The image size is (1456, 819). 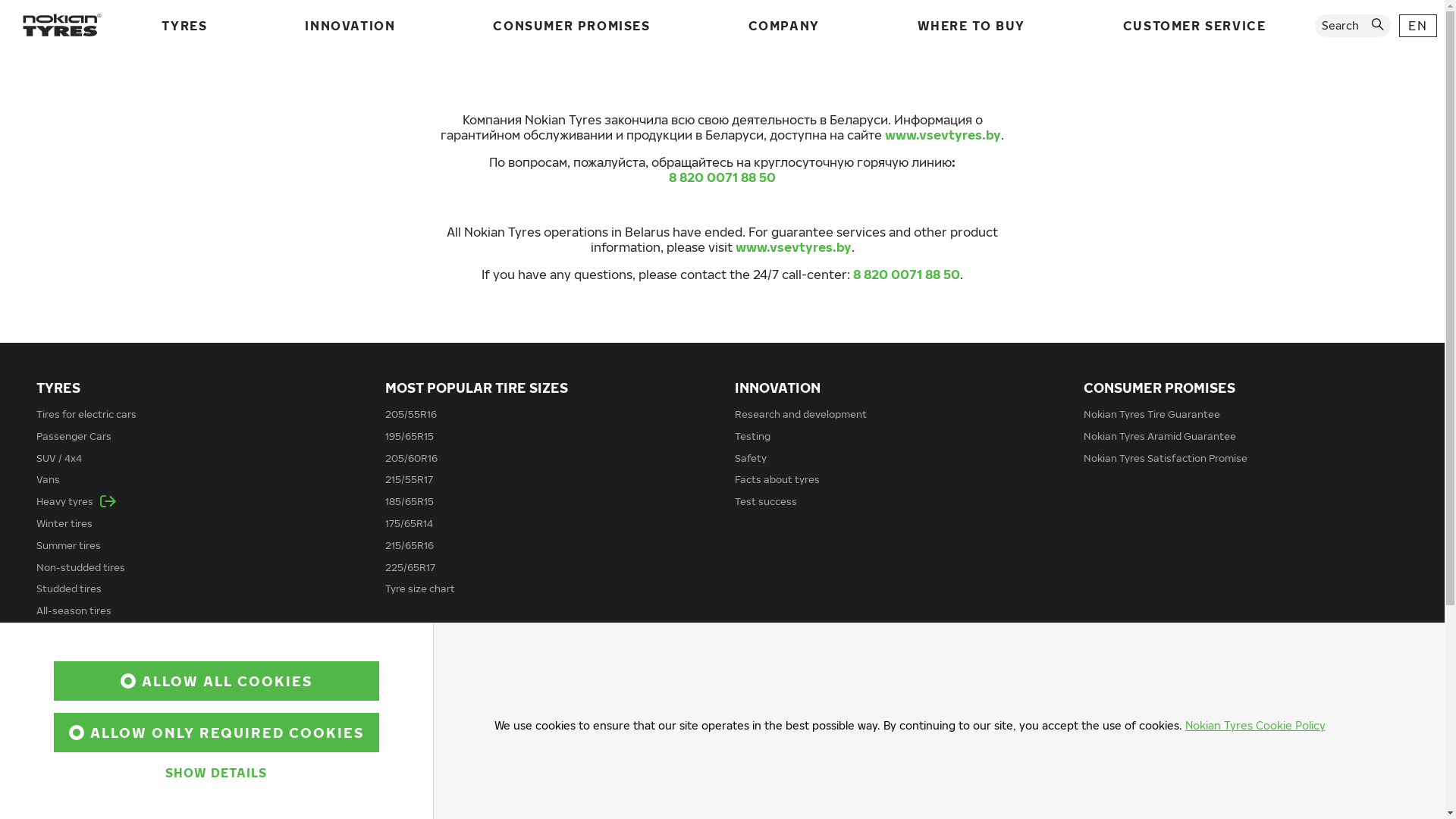 I want to click on 'Test success', so click(x=764, y=500).